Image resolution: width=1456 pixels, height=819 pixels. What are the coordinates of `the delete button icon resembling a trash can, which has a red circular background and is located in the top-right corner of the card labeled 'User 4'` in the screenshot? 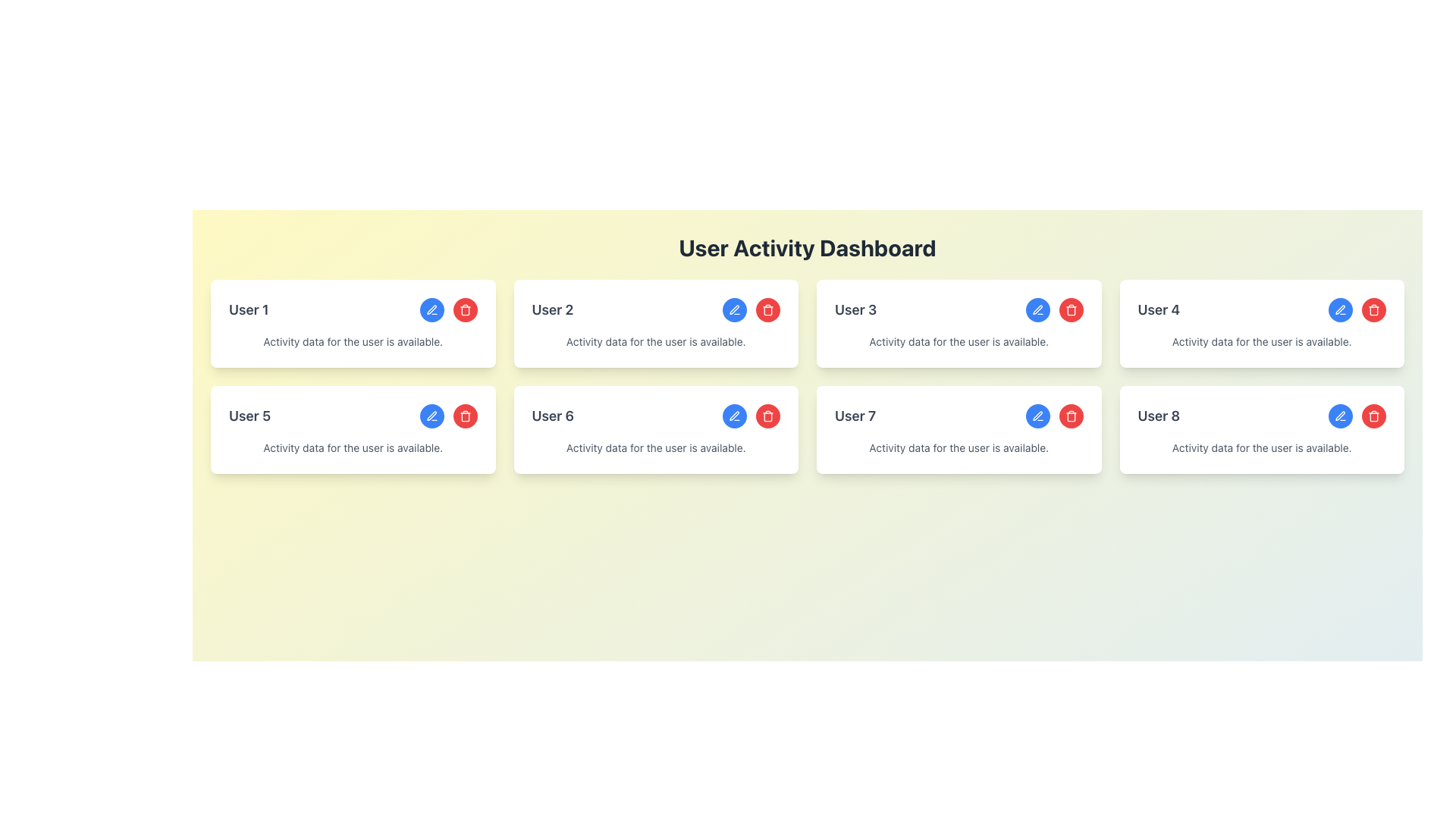 It's located at (1373, 309).